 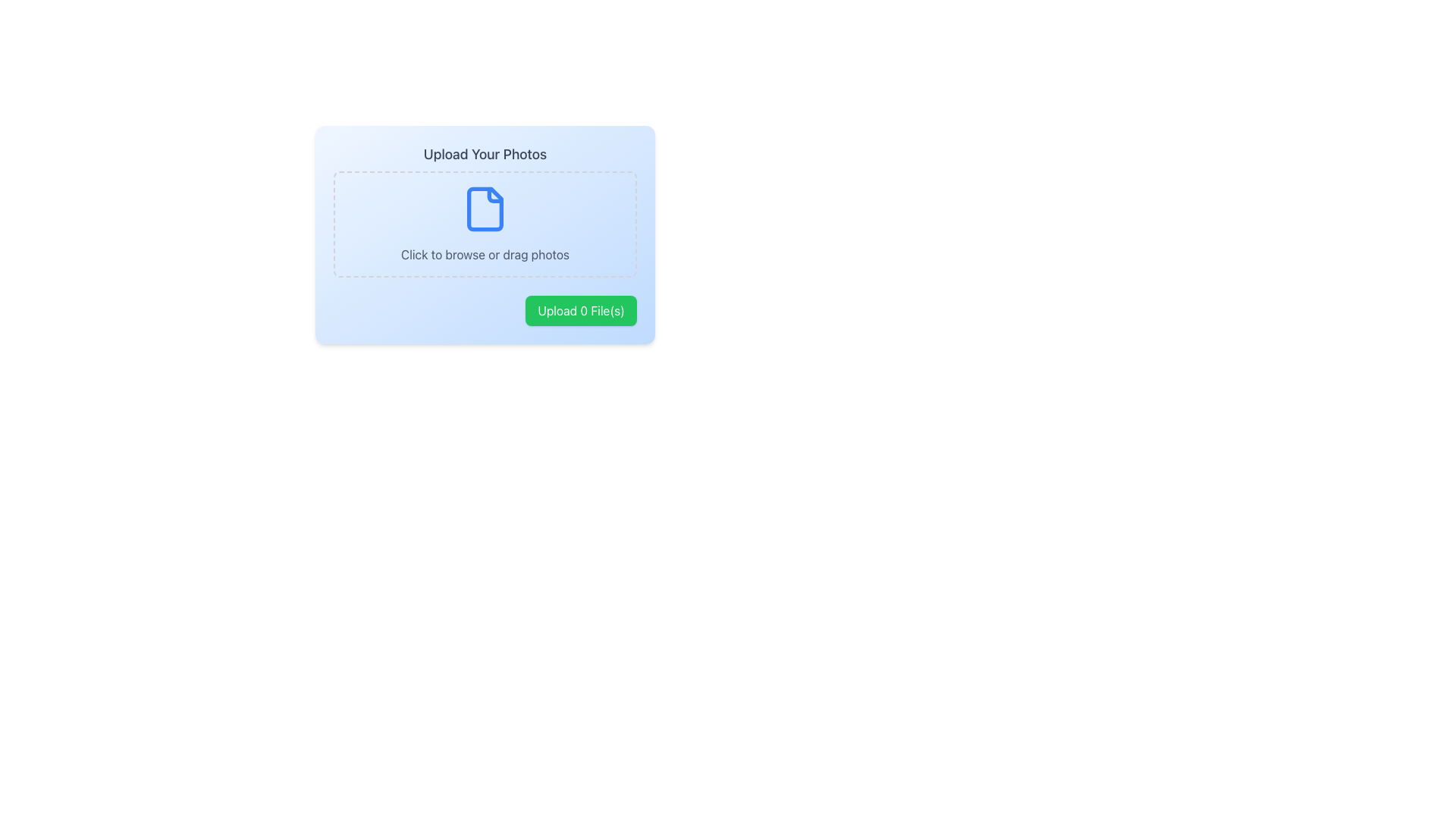 I want to click on the light blue rectangular shape with rounded edges that is part of the file icon in the upload area, so click(x=484, y=208).